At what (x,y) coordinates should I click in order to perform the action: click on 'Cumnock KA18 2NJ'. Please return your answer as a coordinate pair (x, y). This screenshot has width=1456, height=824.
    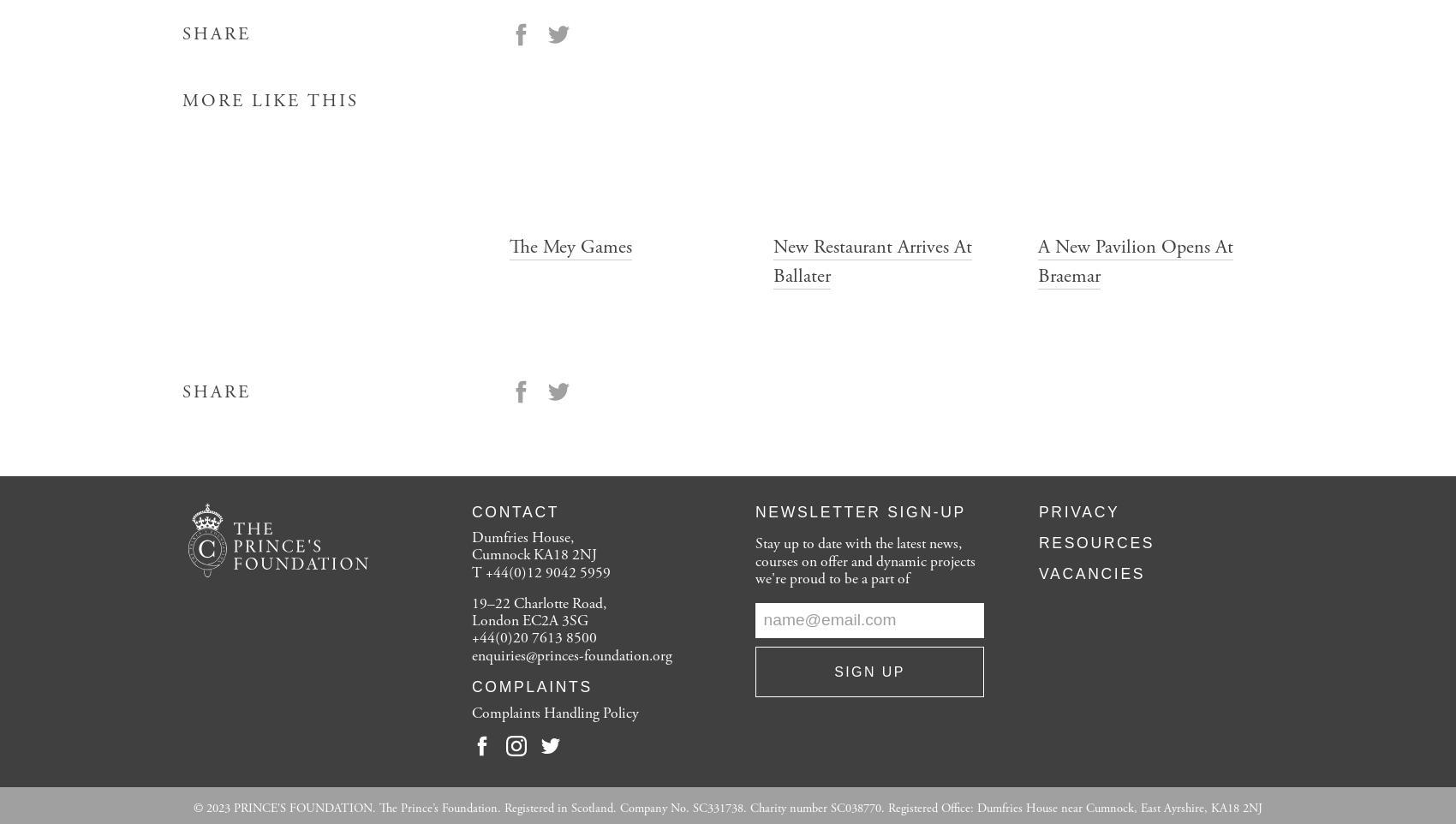
    Looking at the image, I should click on (470, 555).